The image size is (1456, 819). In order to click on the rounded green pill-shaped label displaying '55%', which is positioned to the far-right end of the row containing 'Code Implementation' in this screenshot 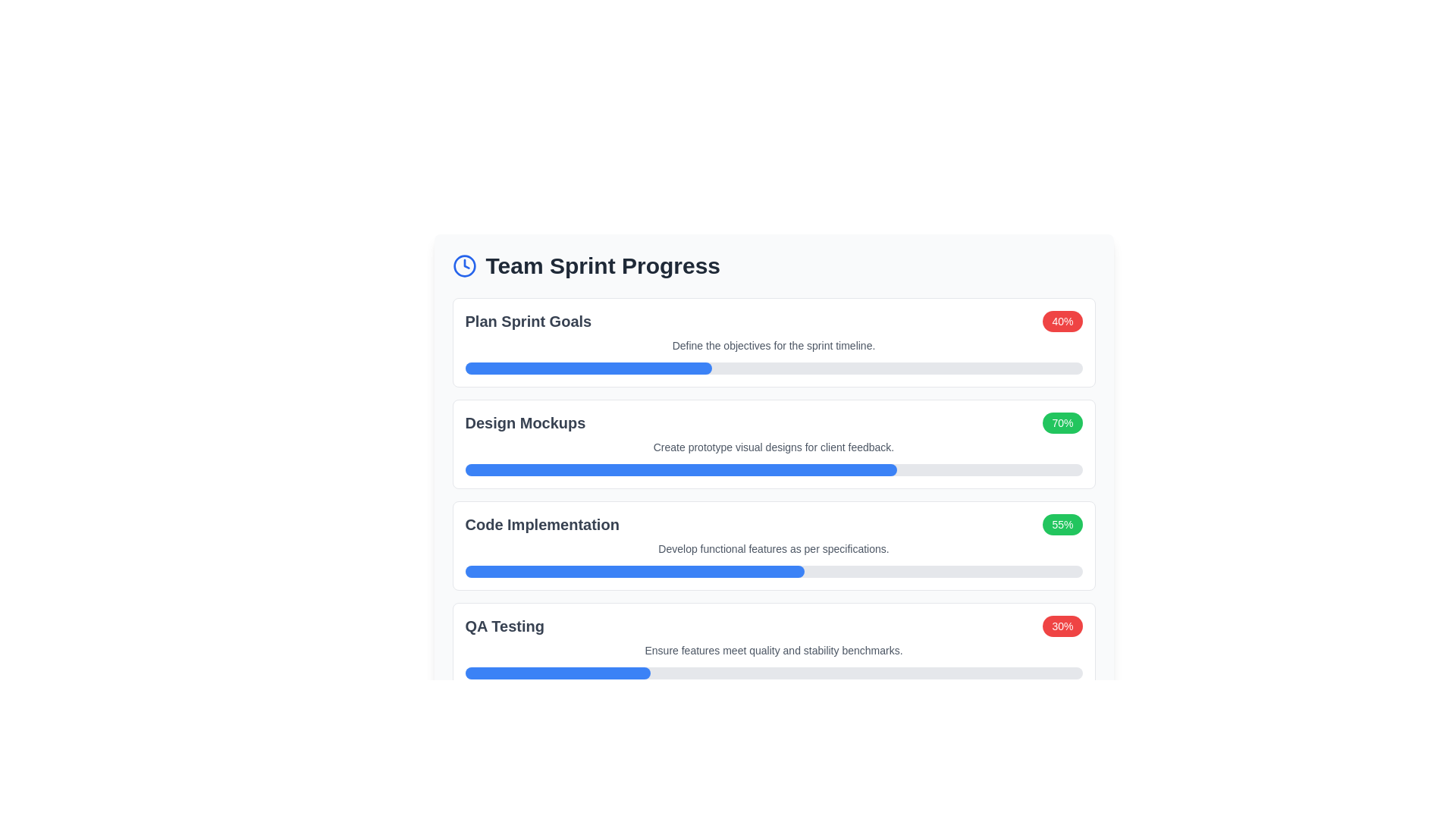, I will do `click(1062, 523)`.